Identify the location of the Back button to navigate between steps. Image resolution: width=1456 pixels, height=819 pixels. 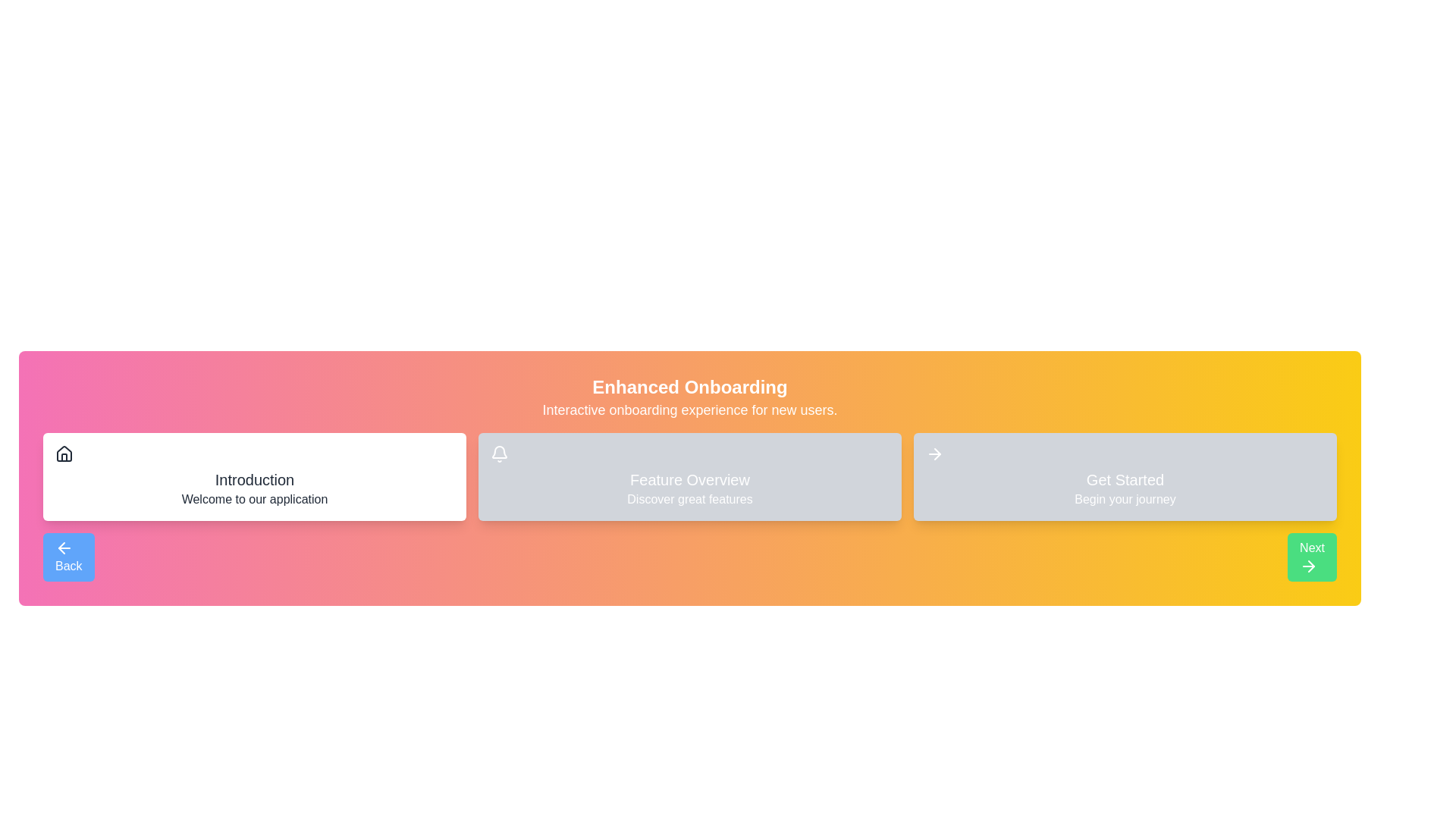
(67, 557).